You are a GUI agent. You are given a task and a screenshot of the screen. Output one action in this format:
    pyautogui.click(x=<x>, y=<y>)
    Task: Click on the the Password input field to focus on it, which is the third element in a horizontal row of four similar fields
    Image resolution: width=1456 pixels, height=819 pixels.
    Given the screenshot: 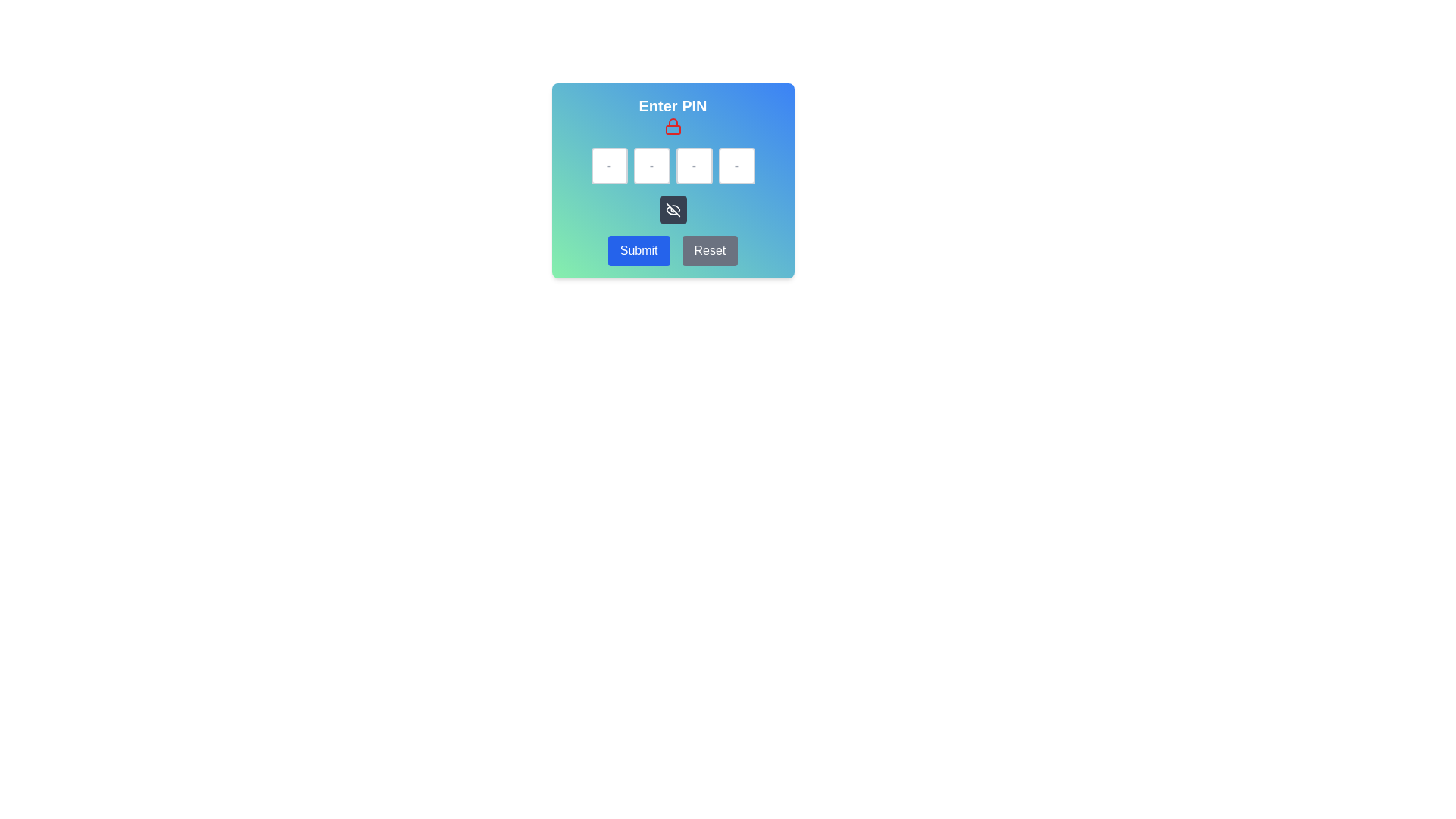 What is the action you would take?
    pyautogui.click(x=693, y=165)
    